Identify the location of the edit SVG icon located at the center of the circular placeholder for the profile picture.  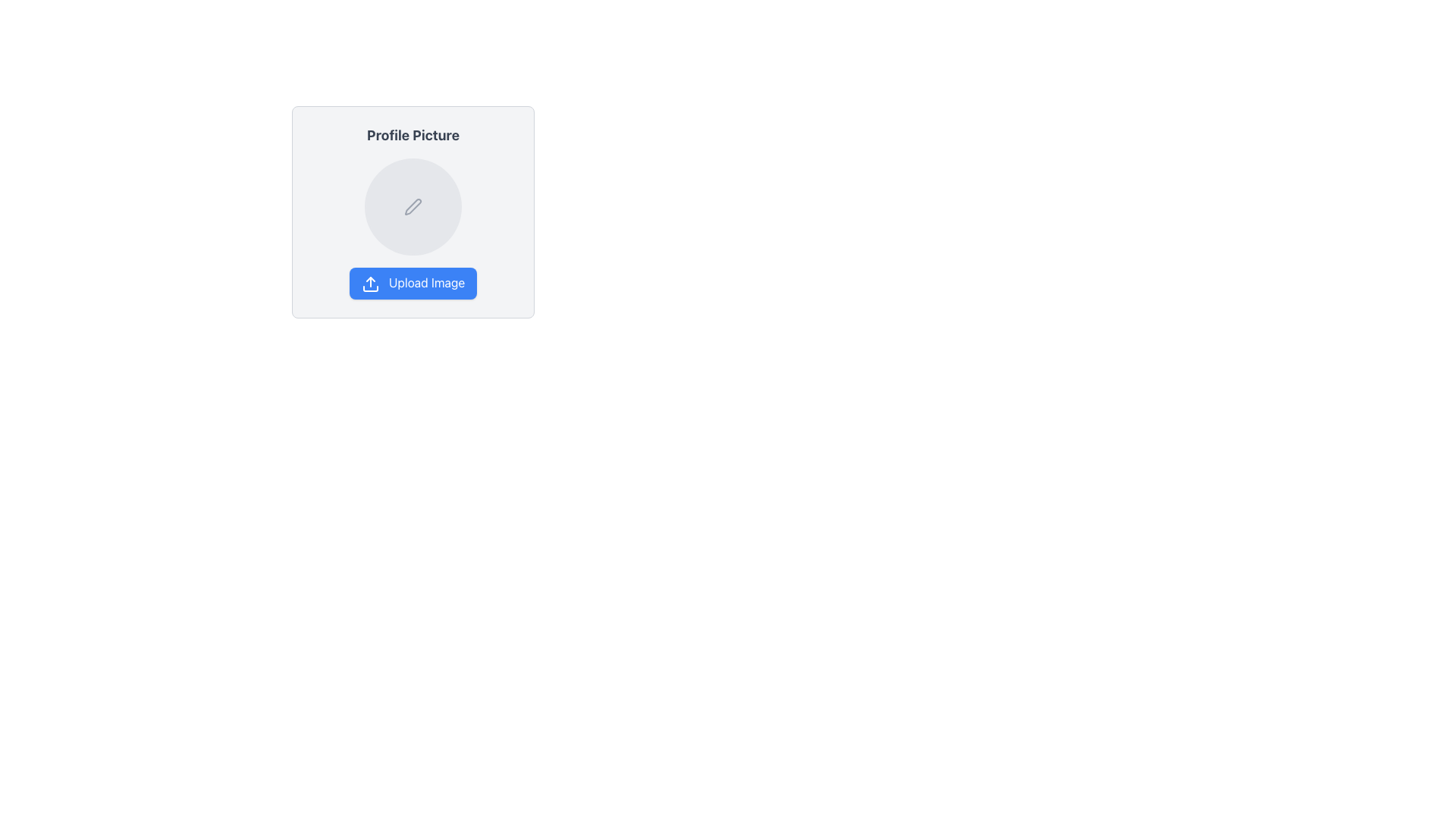
(413, 207).